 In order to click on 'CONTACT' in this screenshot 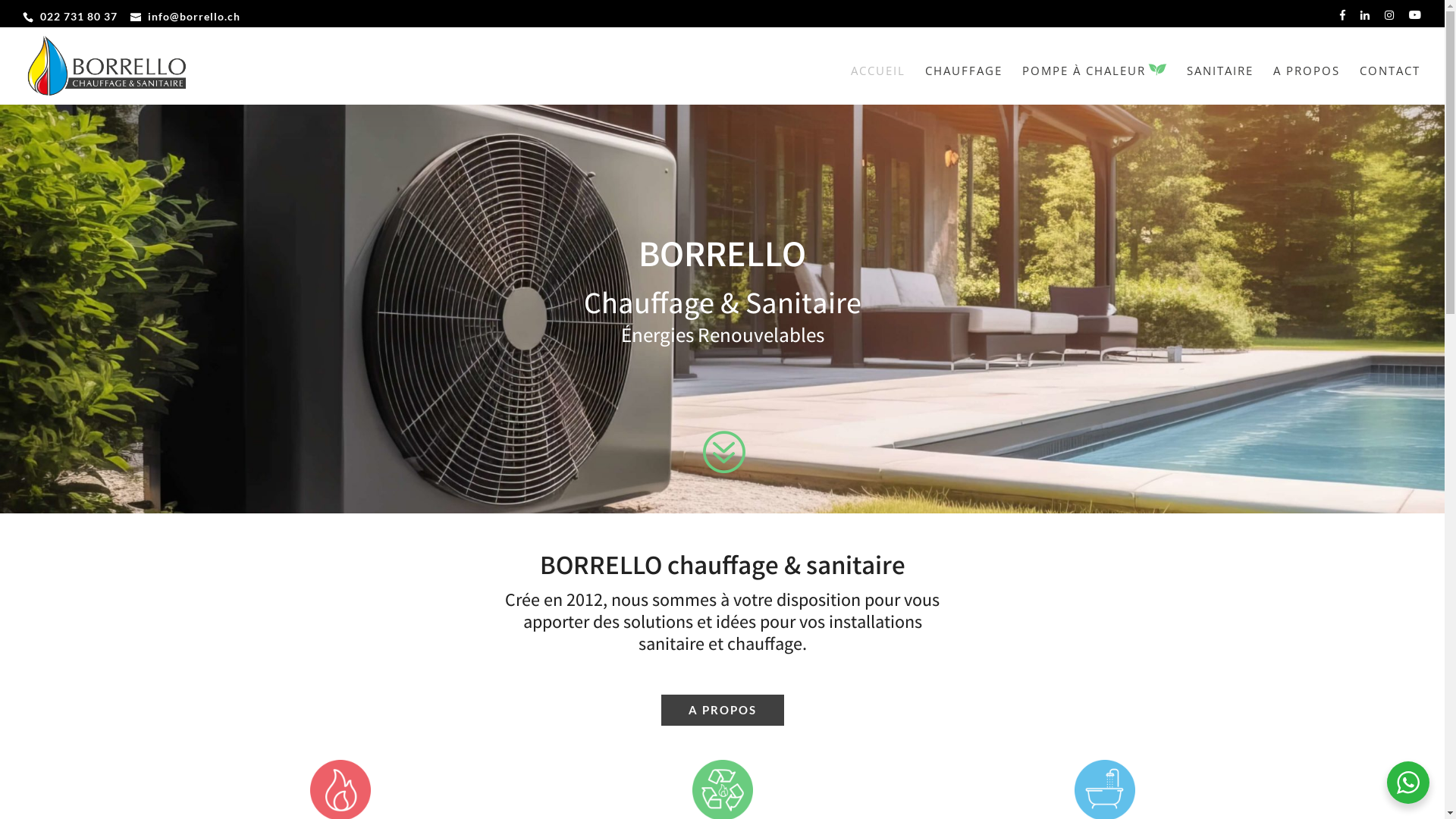, I will do `click(1390, 84)`.